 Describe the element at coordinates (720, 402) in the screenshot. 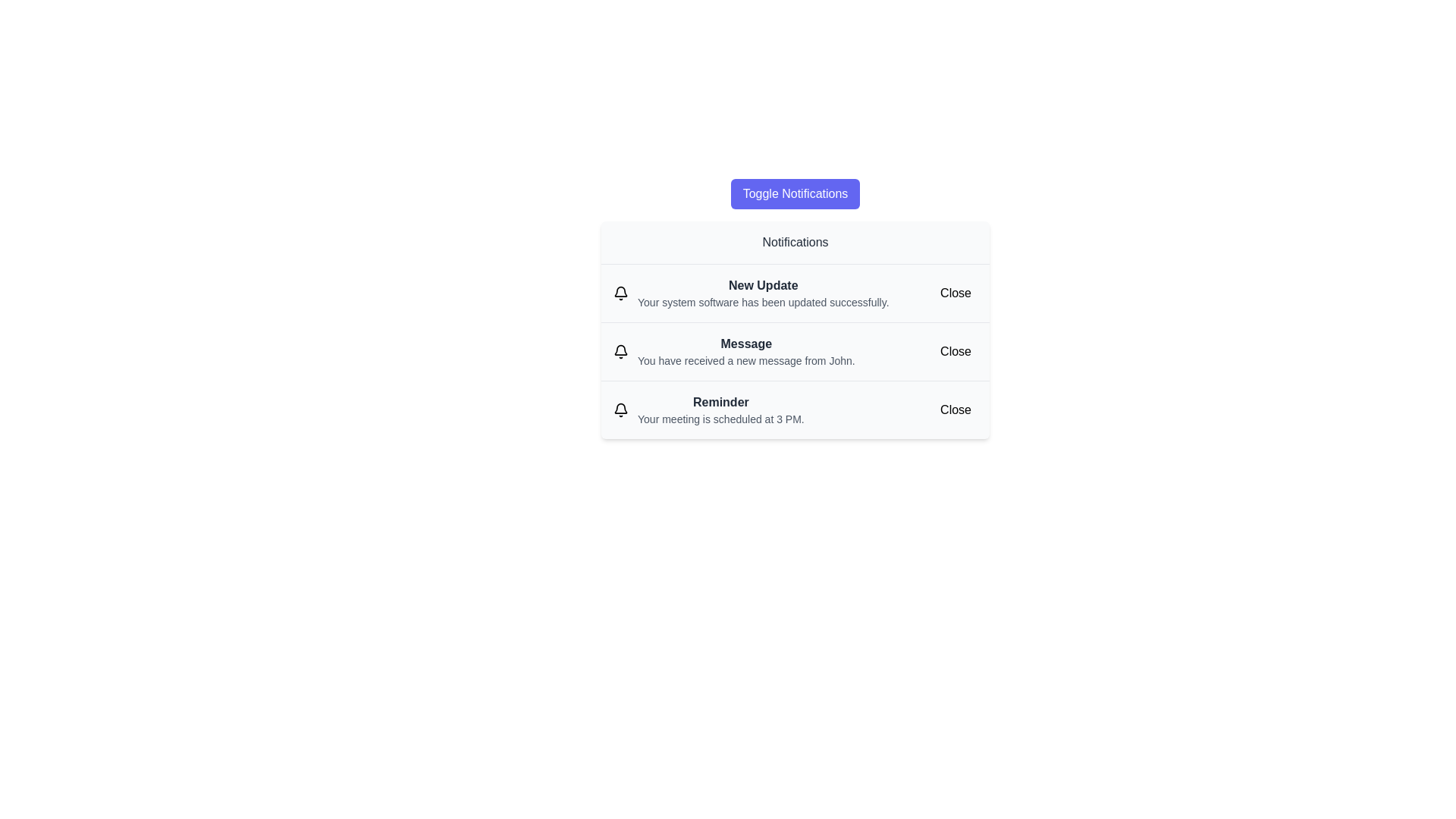

I see `the static text element displaying the bolded text 'Reminder', which is styled with a dark gray font and larger font size, positioned above the secondary text 'Your meeting is scheduled at 3 PM.'` at that location.